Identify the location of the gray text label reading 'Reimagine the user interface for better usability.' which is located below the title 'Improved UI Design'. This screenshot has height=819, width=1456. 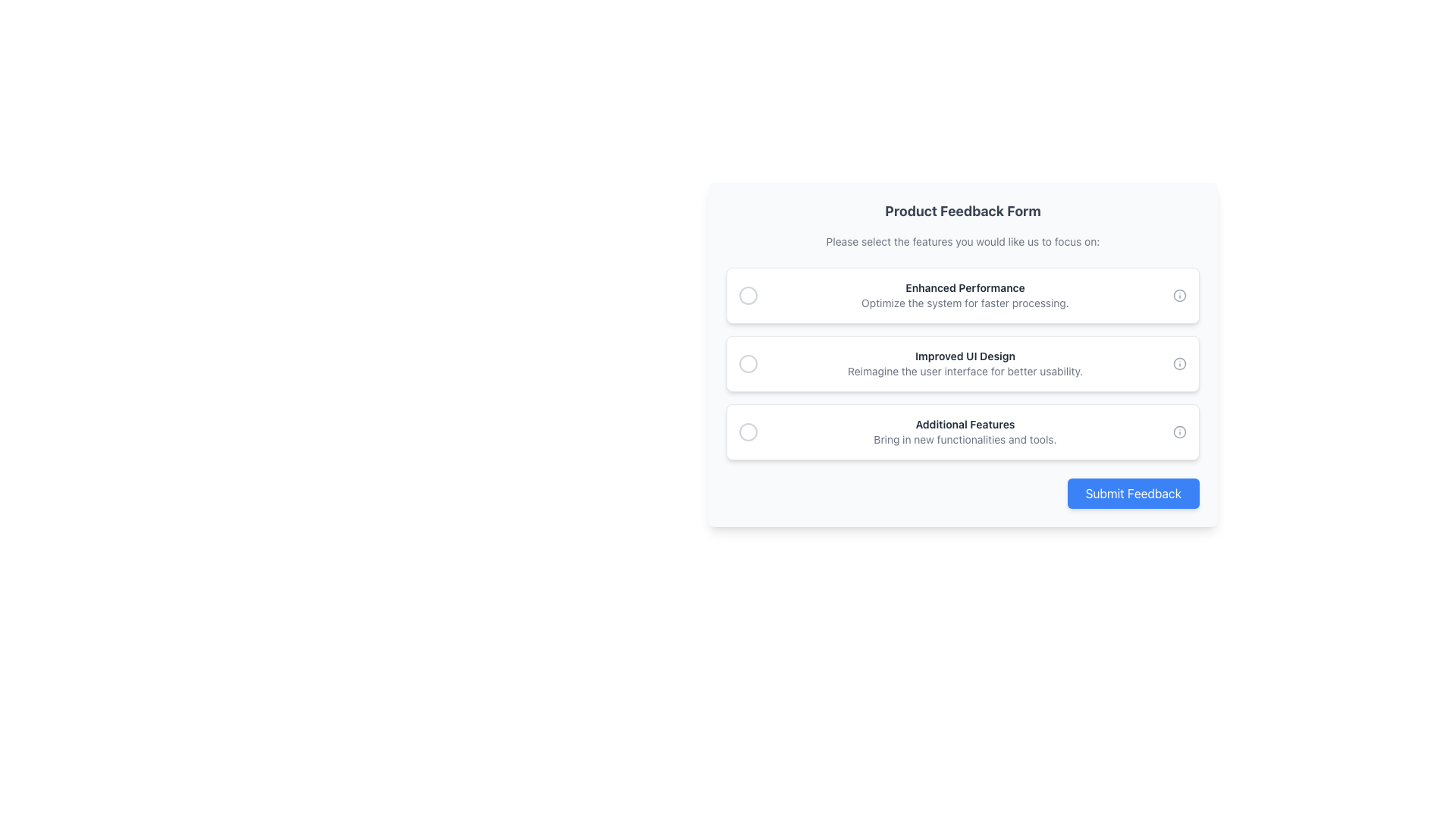
(964, 371).